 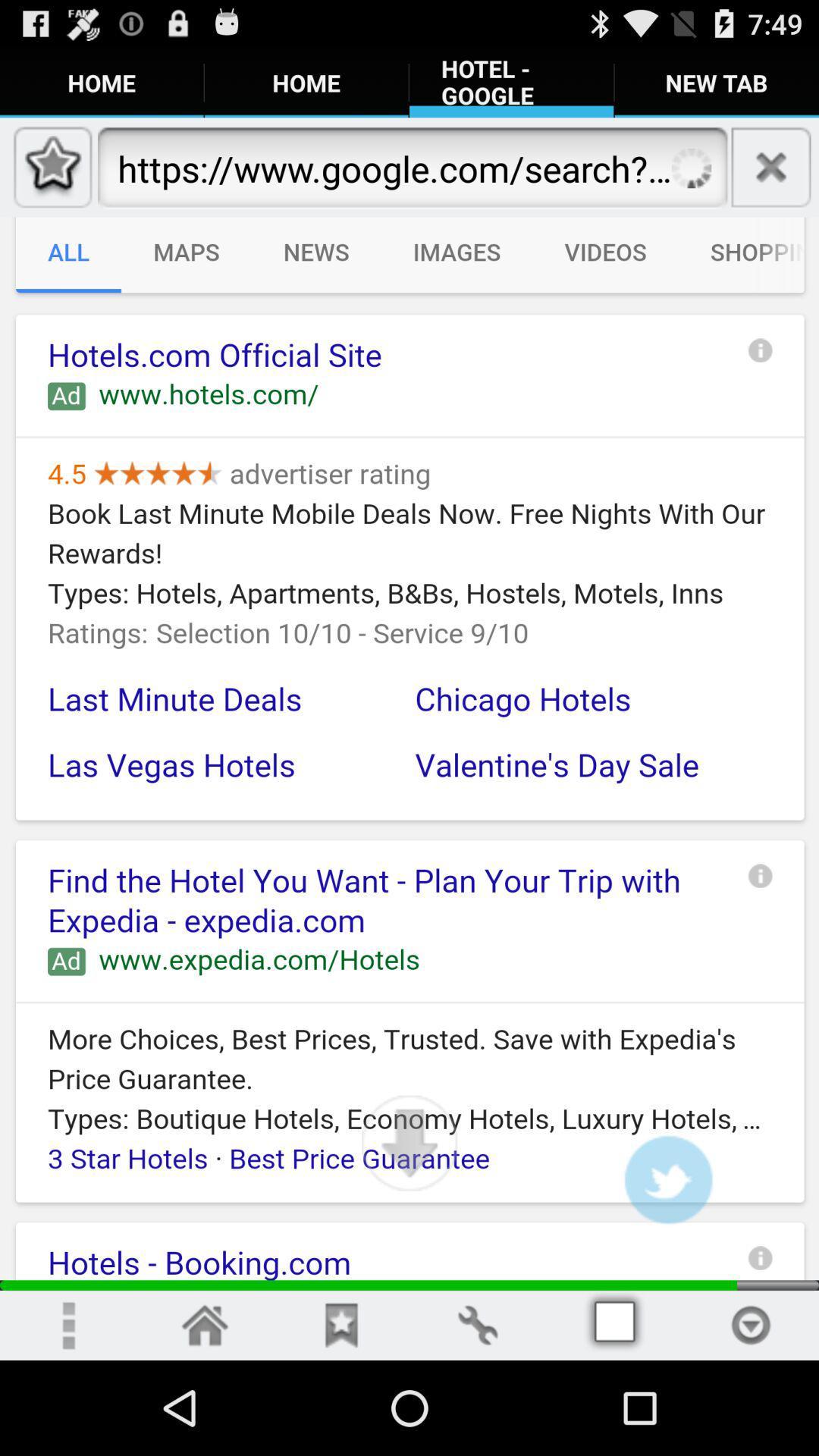 I want to click on the more icon, so click(x=67, y=1417).